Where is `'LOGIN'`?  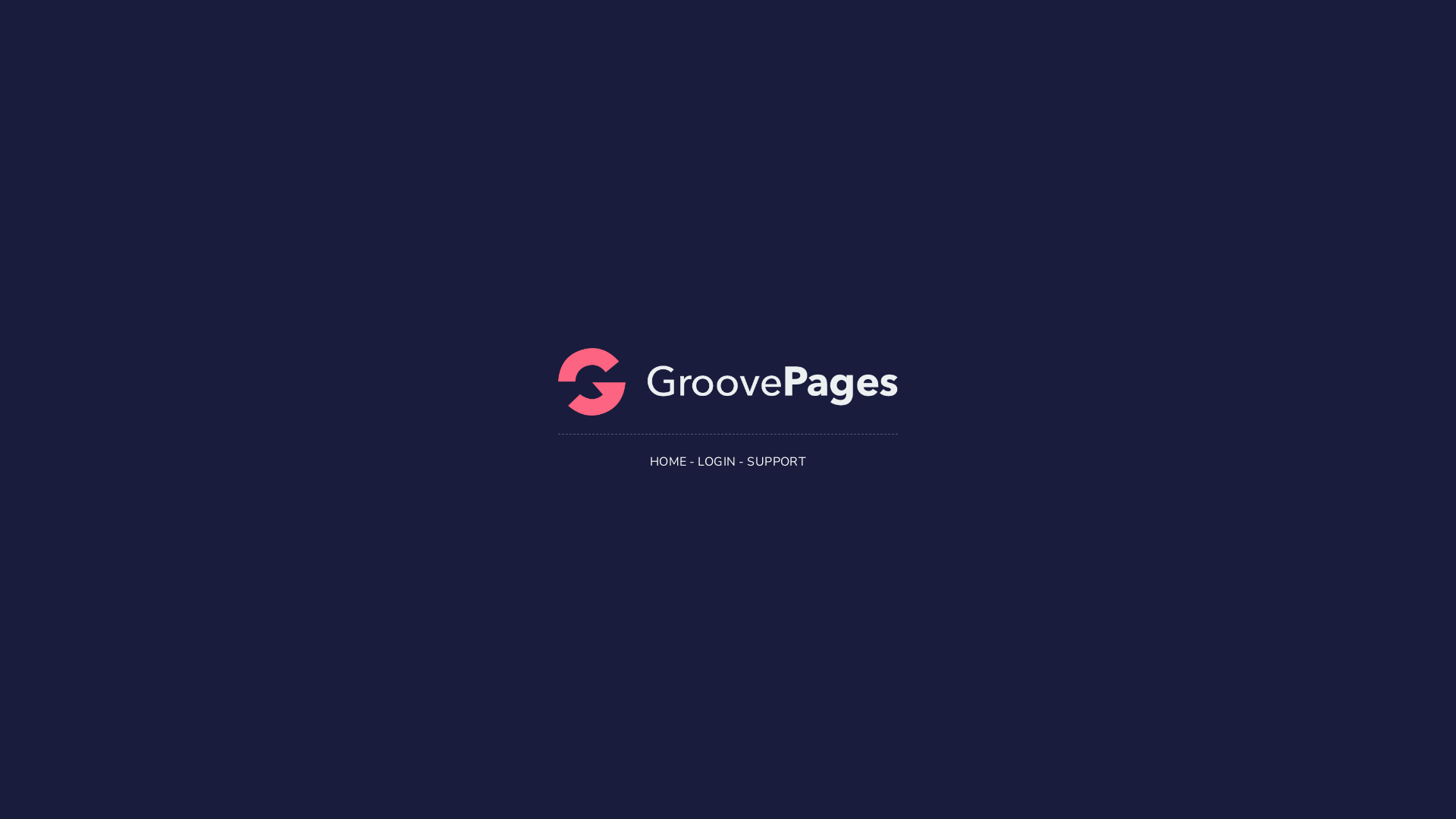 'LOGIN' is located at coordinates (716, 461).